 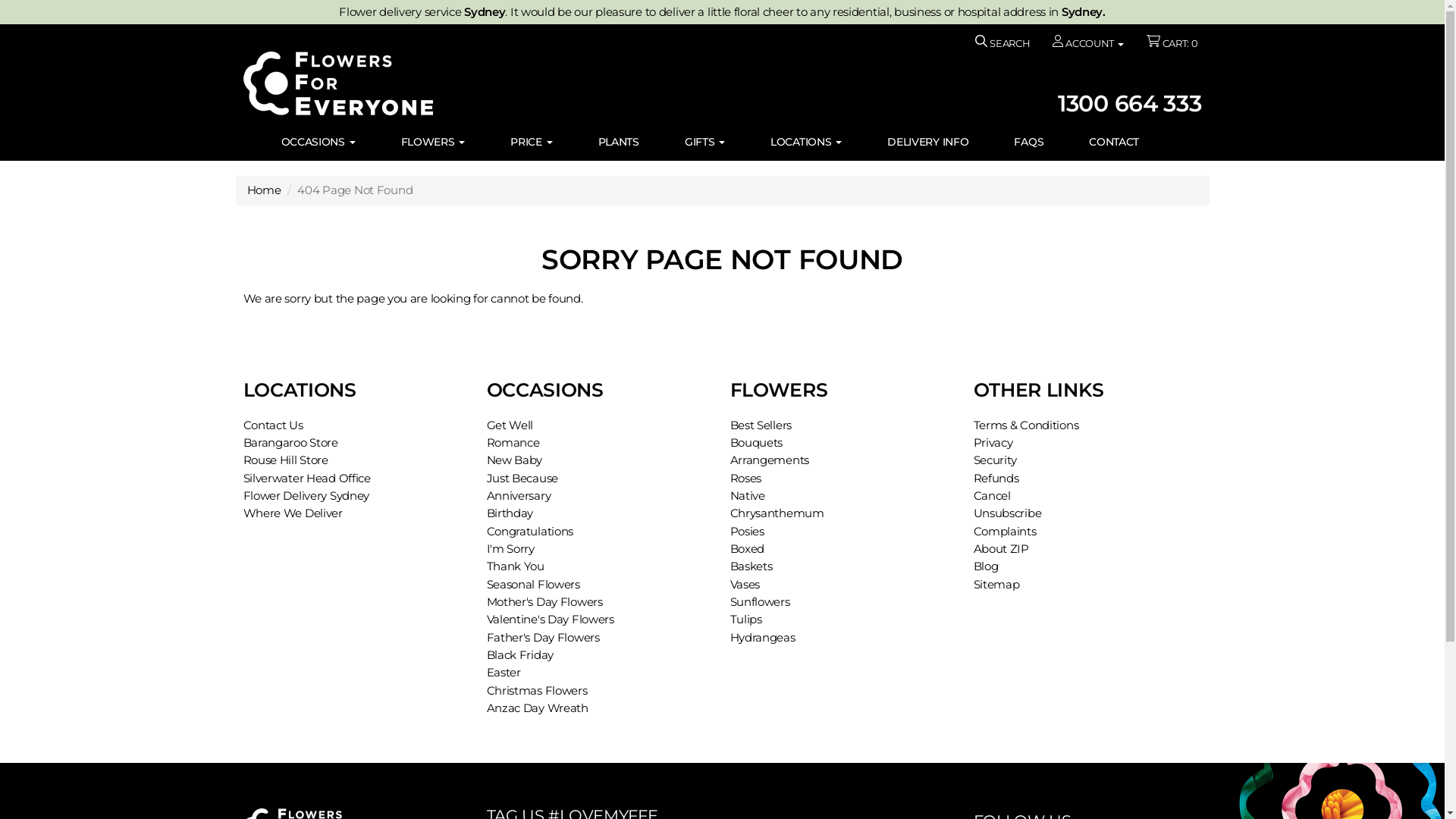 What do you see at coordinates (284, 459) in the screenshot?
I see `'Rouse Hill Store'` at bounding box center [284, 459].